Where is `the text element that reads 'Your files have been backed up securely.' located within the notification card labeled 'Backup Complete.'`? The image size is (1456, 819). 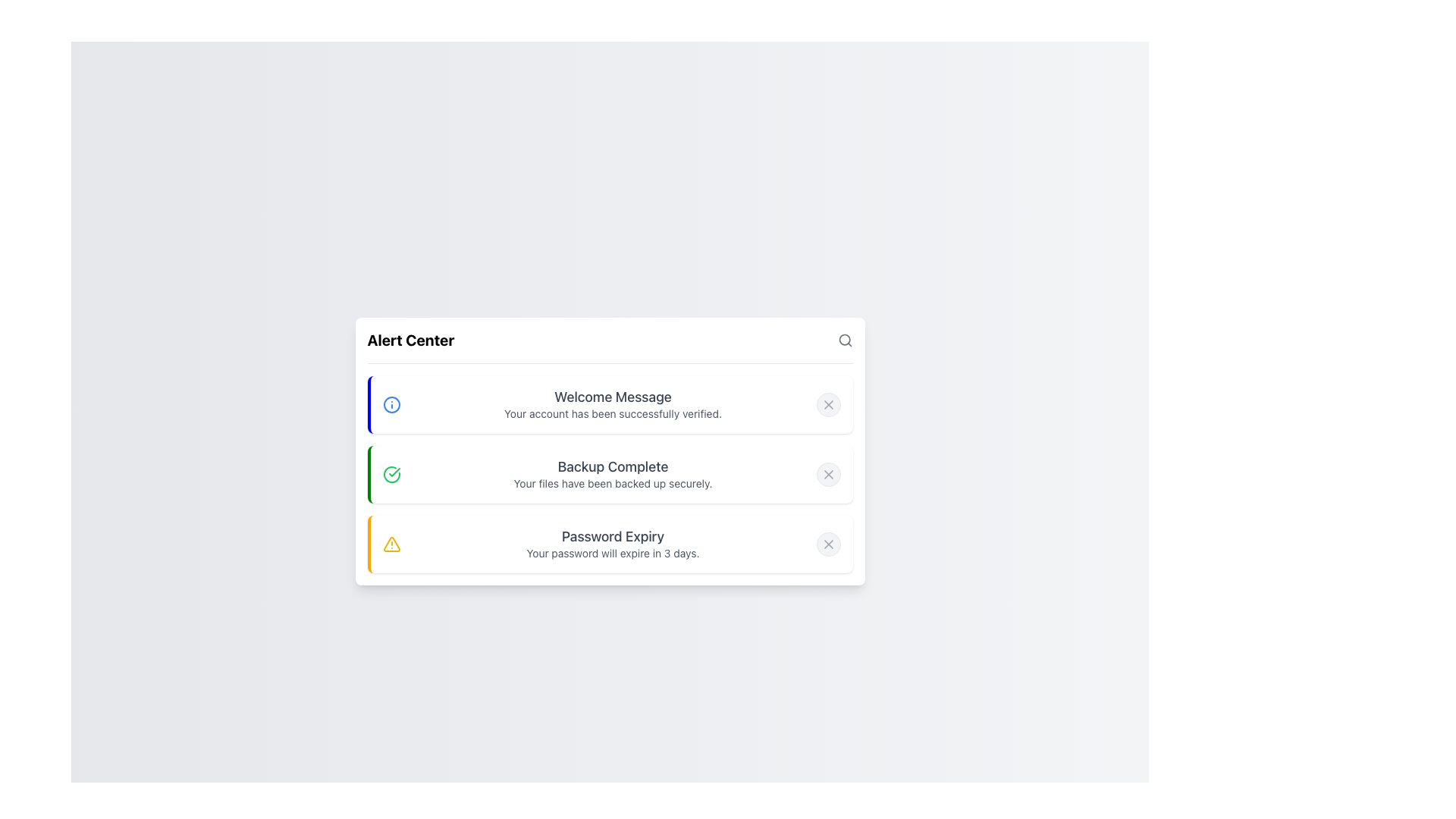
the text element that reads 'Your files have been backed up securely.' located within the notification card labeled 'Backup Complete.' is located at coordinates (613, 483).